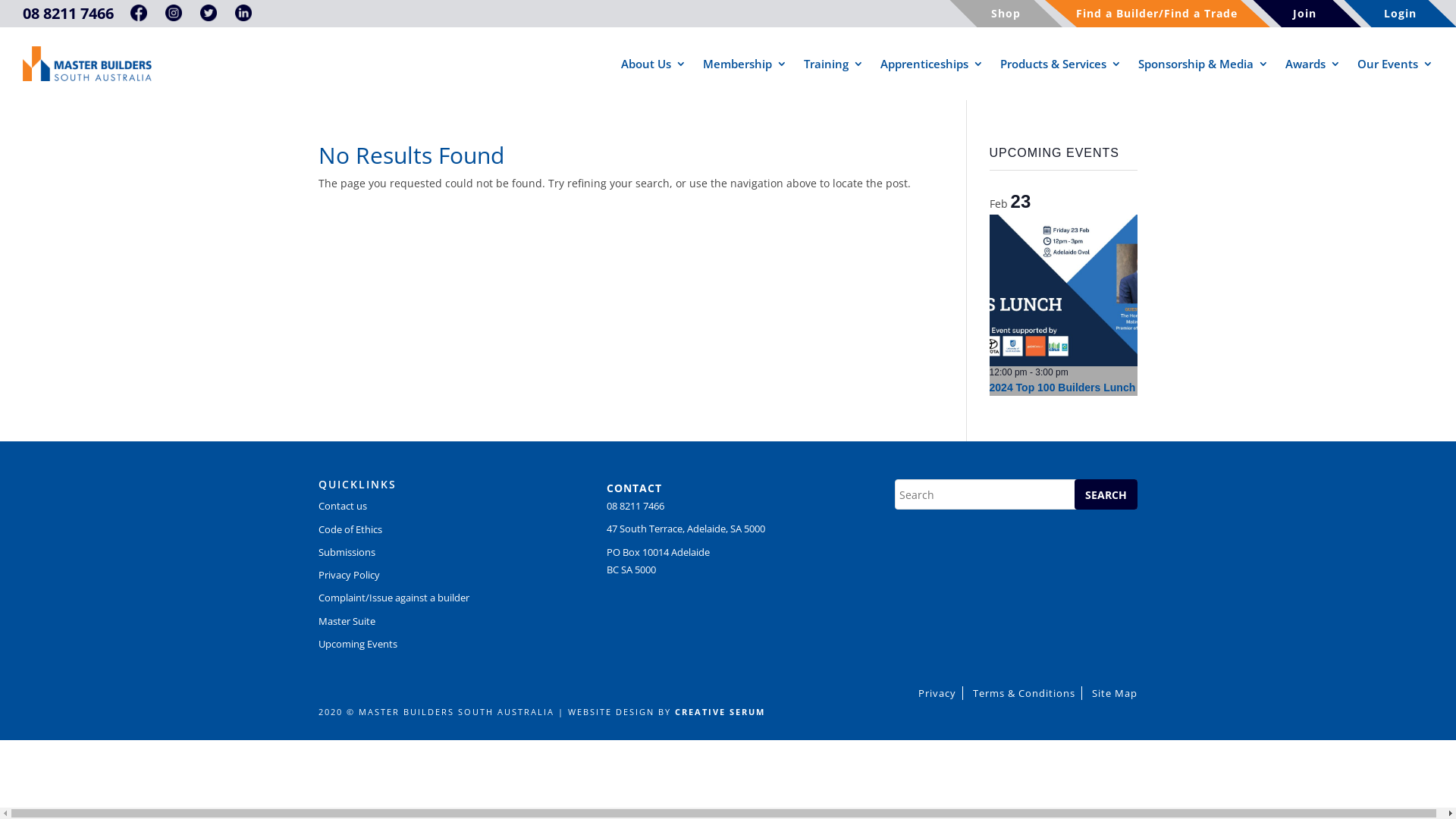 Image resolution: width=1456 pixels, height=819 pixels. I want to click on 'Membership', so click(745, 63).